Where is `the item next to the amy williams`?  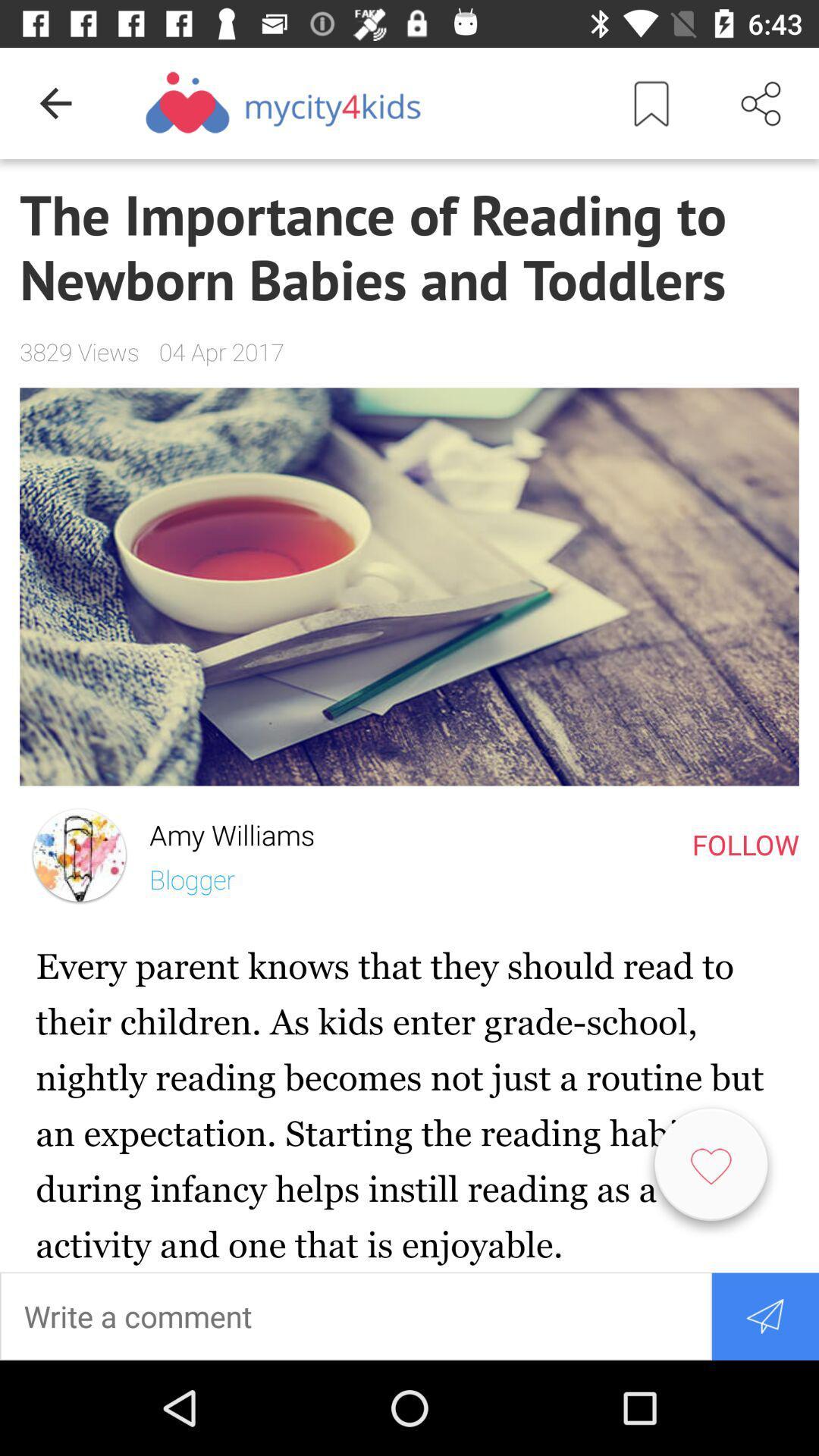
the item next to the amy williams is located at coordinates (80, 856).